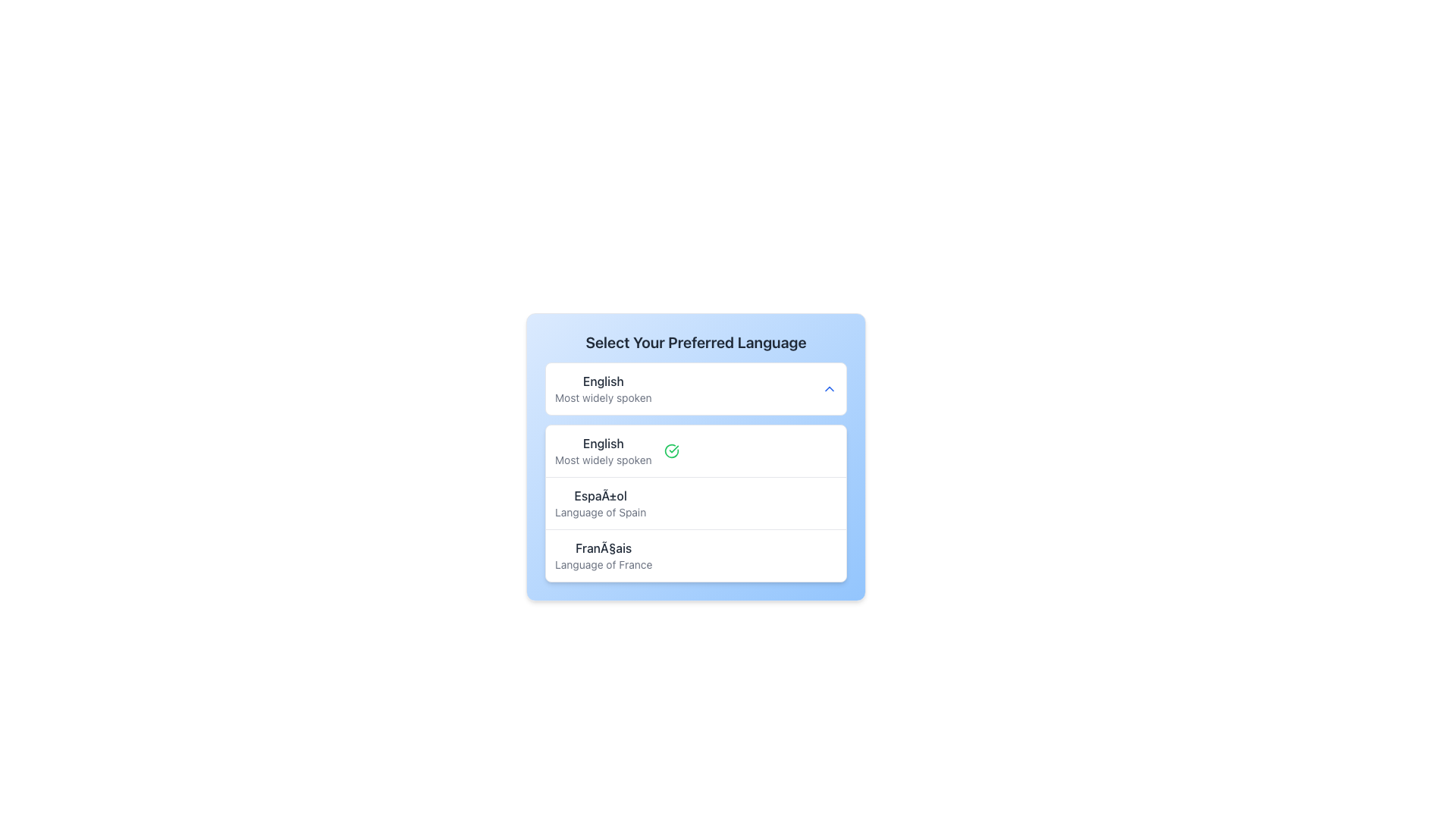 The height and width of the screenshot is (819, 1456). I want to click on the text label displaying 'Most widely spoken', which is styled with a smaller gray font and located below 'English' in the language selection list, so click(602, 459).